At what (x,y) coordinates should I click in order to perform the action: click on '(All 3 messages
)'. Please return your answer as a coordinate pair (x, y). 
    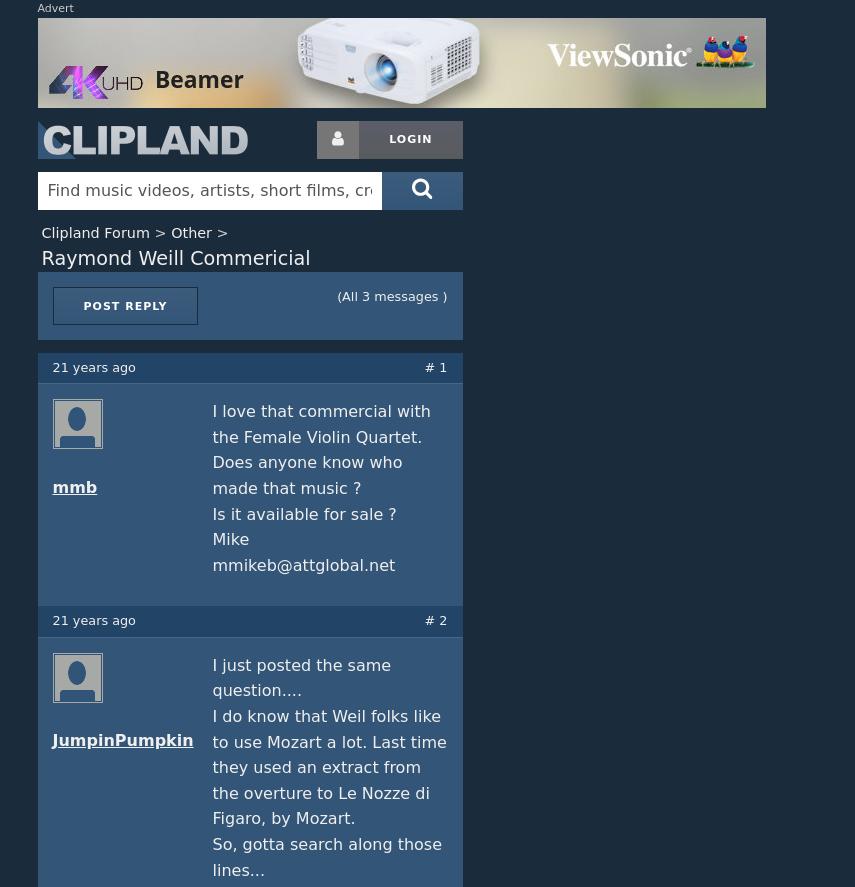
    Looking at the image, I should click on (337, 294).